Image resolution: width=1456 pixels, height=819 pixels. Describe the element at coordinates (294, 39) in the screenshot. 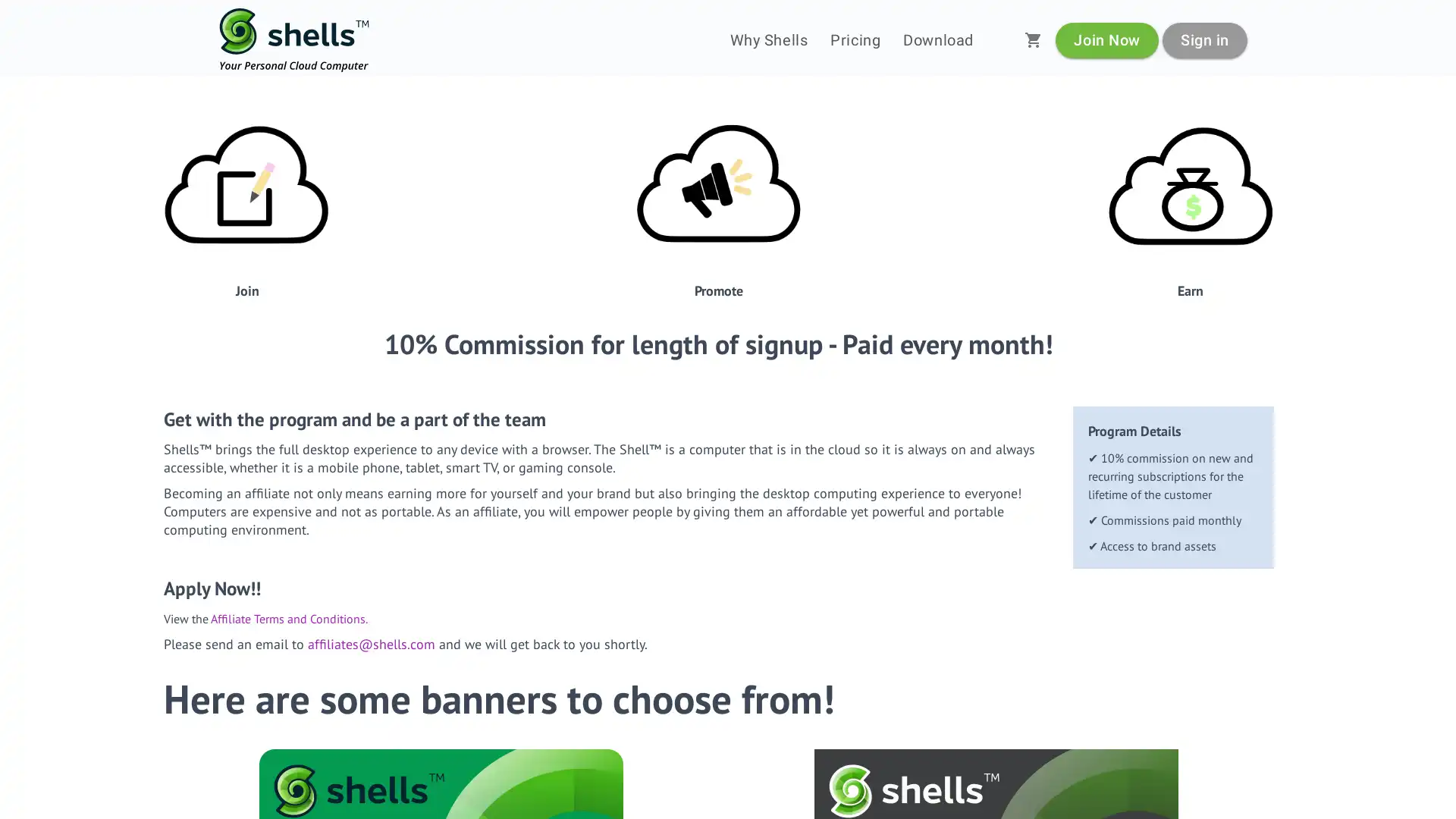

I see `Shells Logo` at that location.